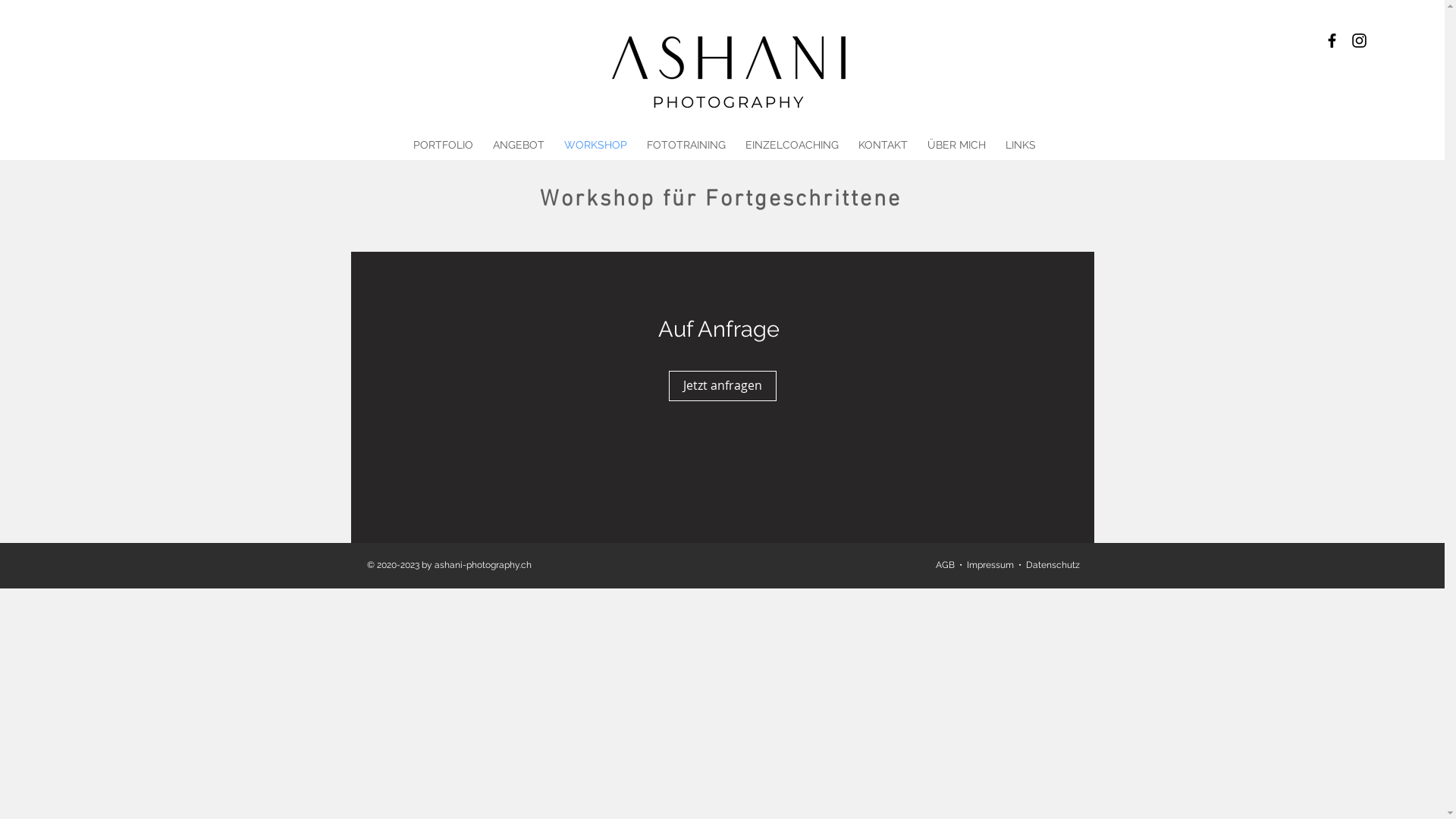  I want to click on 'ANGEBOT', so click(517, 145).